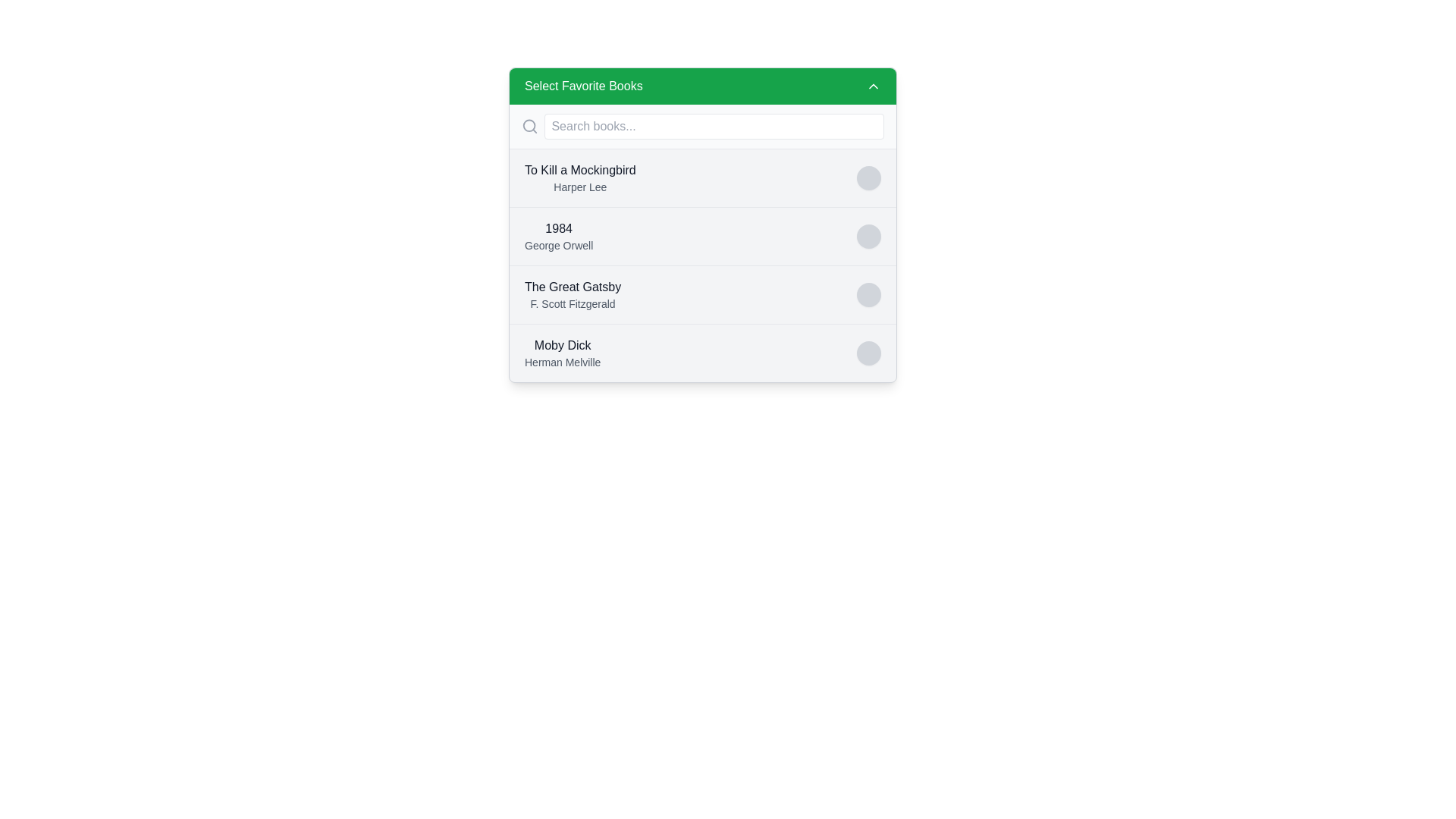 This screenshot has width=1456, height=819. Describe the element at coordinates (572, 304) in the screenshot. I see `the text label indicating the author's name for 'The Great Gatsby', which is located in the third row of the book selection interface` at that location.